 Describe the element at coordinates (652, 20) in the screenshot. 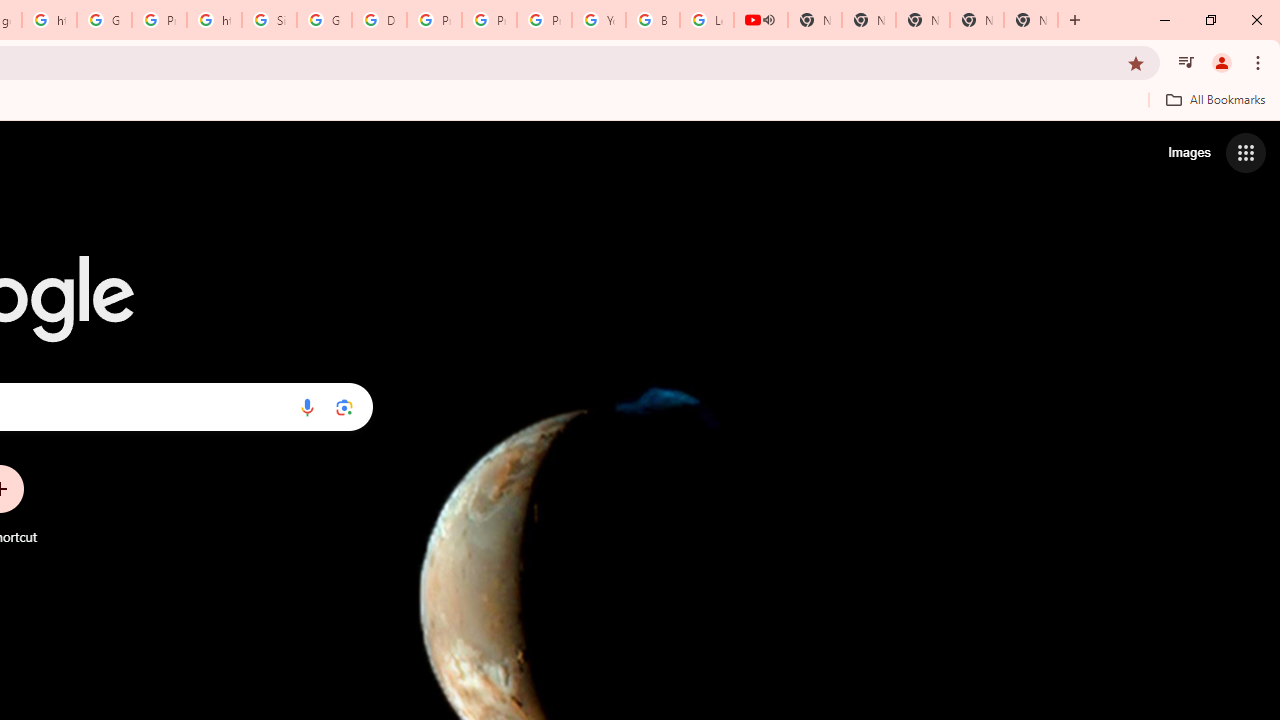

I see `'Browse Chrome as a guest - Computer - Google Chrome Help'` at that location.